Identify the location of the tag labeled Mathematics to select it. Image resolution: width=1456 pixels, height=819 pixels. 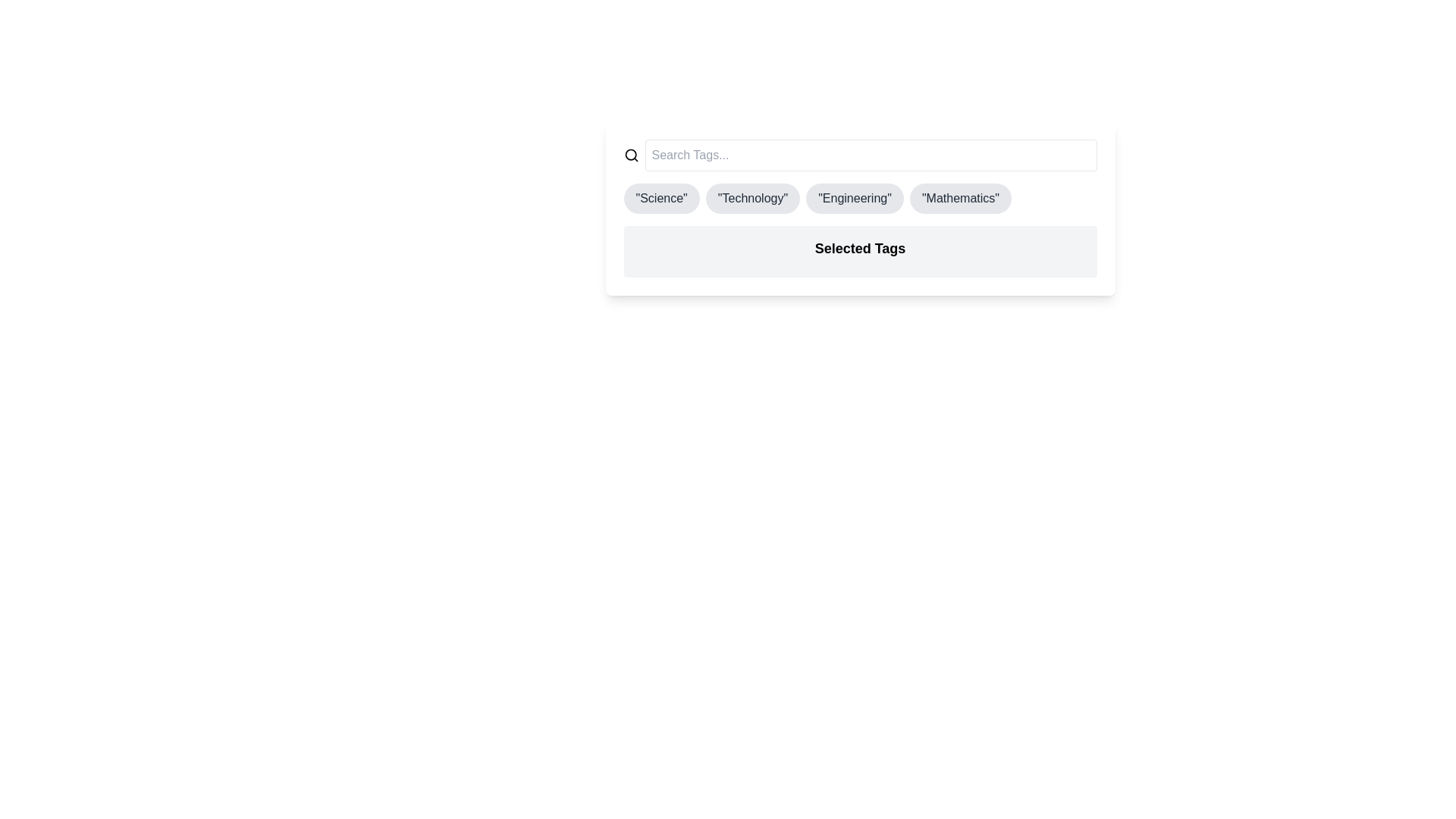
(960, 198).